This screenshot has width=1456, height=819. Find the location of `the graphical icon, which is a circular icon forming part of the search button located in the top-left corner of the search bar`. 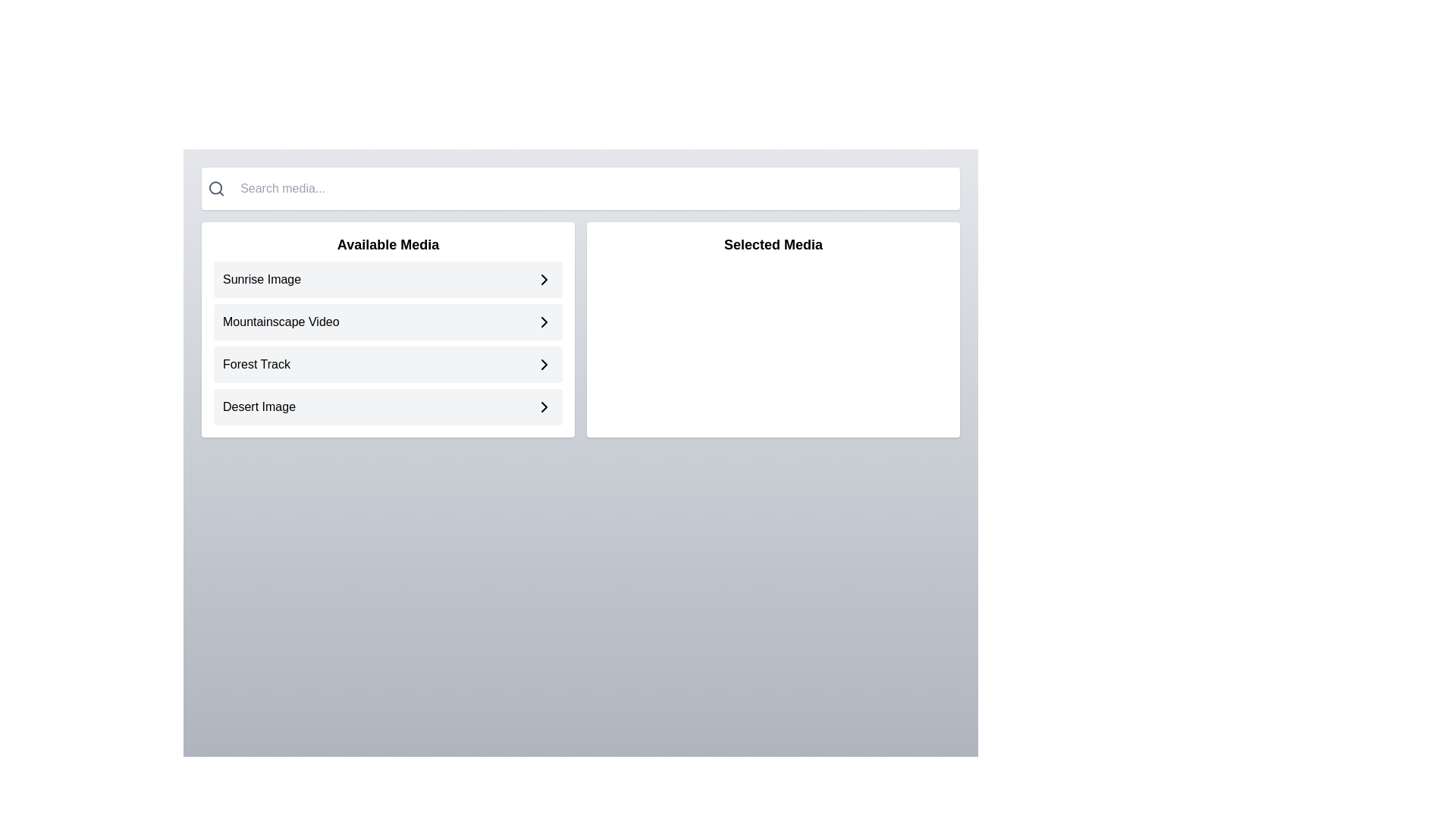

the graphical icon, which is a circular icon forming part of the search button located in the top-left corner of the search bar is located at coordinates (215, 187).